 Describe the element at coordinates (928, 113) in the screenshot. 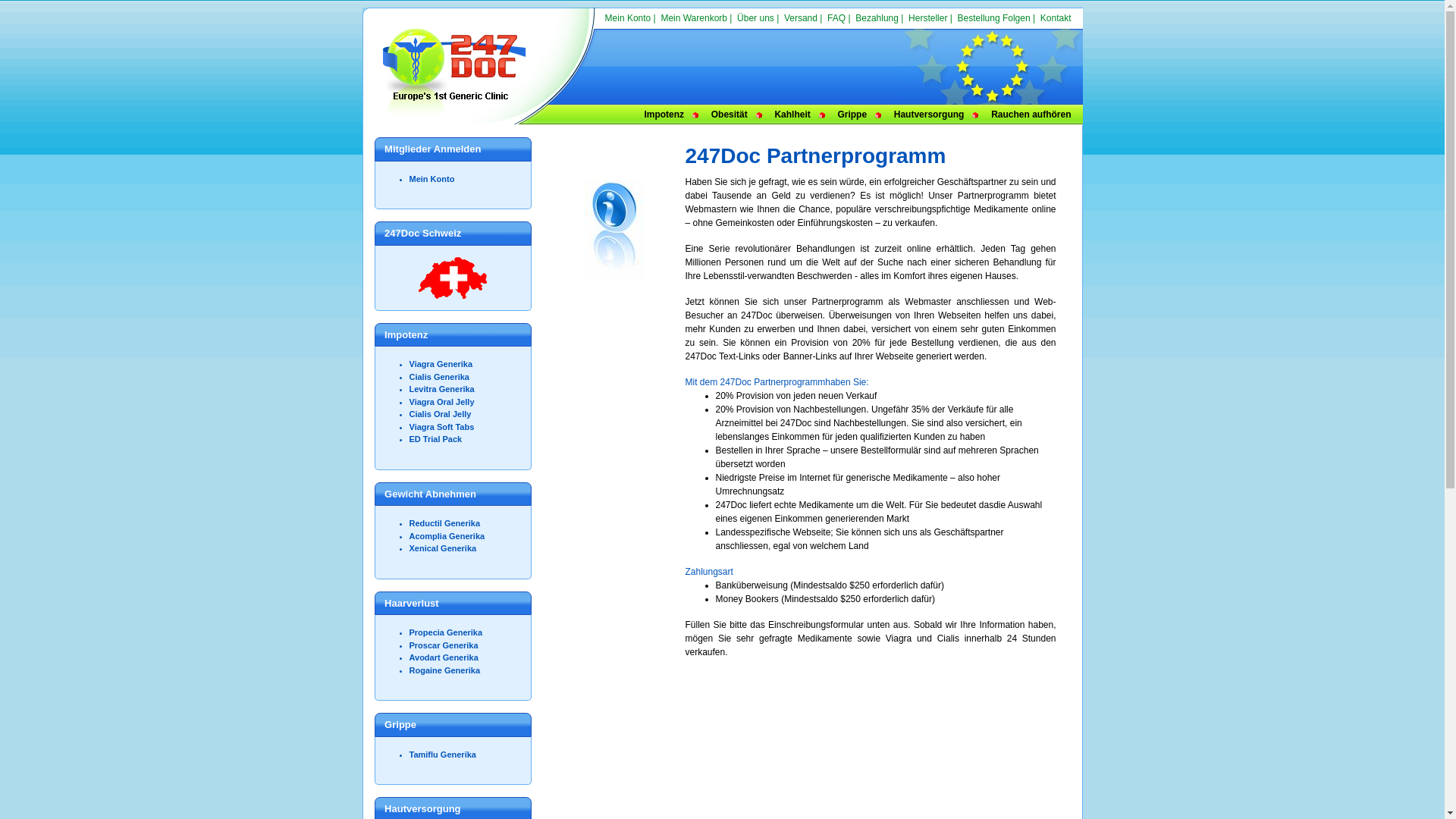

I see `'Hautversorgung'` at that location.